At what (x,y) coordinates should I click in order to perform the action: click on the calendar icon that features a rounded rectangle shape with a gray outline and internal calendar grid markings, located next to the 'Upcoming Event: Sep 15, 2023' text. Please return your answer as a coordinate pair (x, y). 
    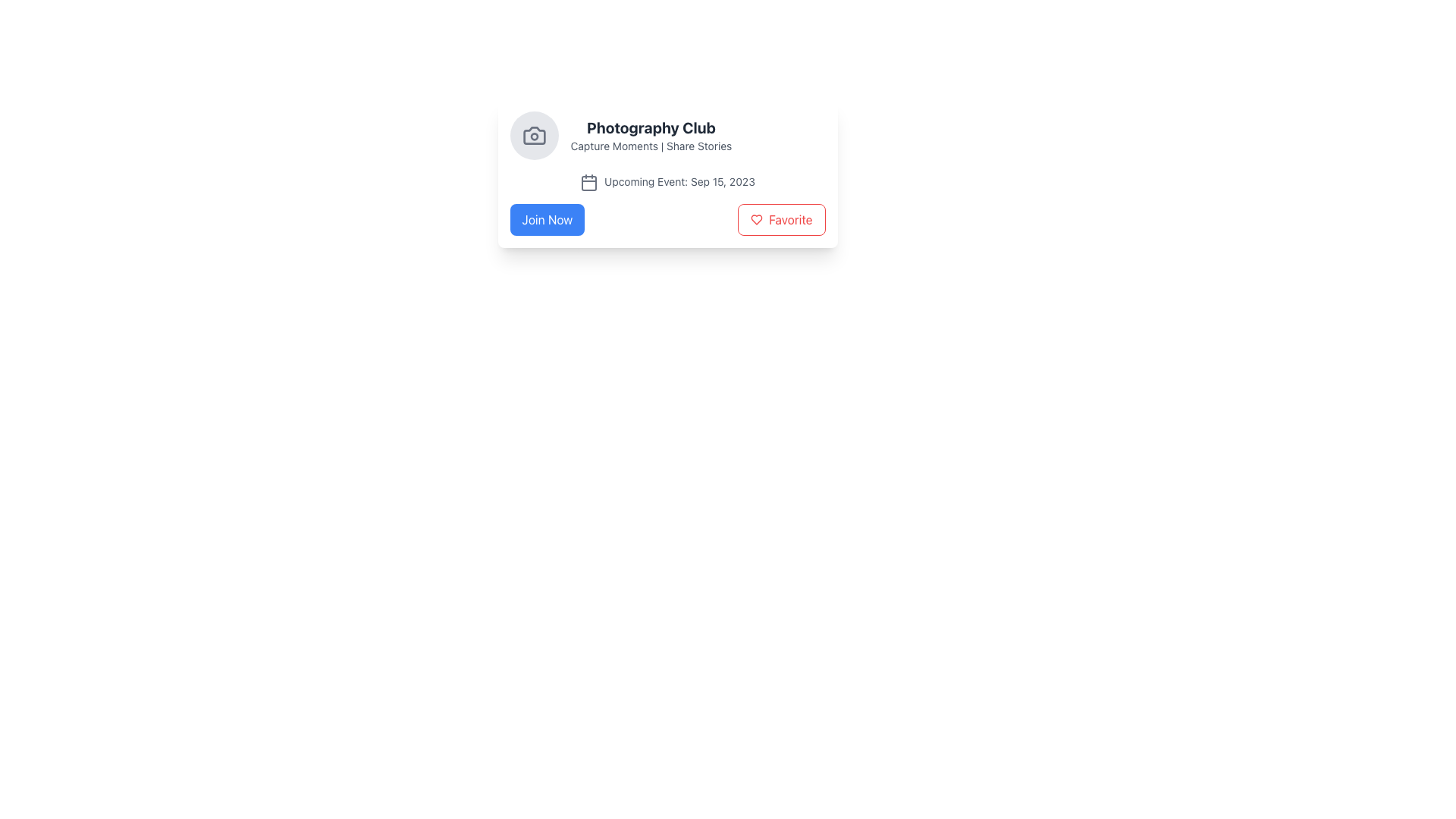
    Looking at the image, I should click on (588, 182).